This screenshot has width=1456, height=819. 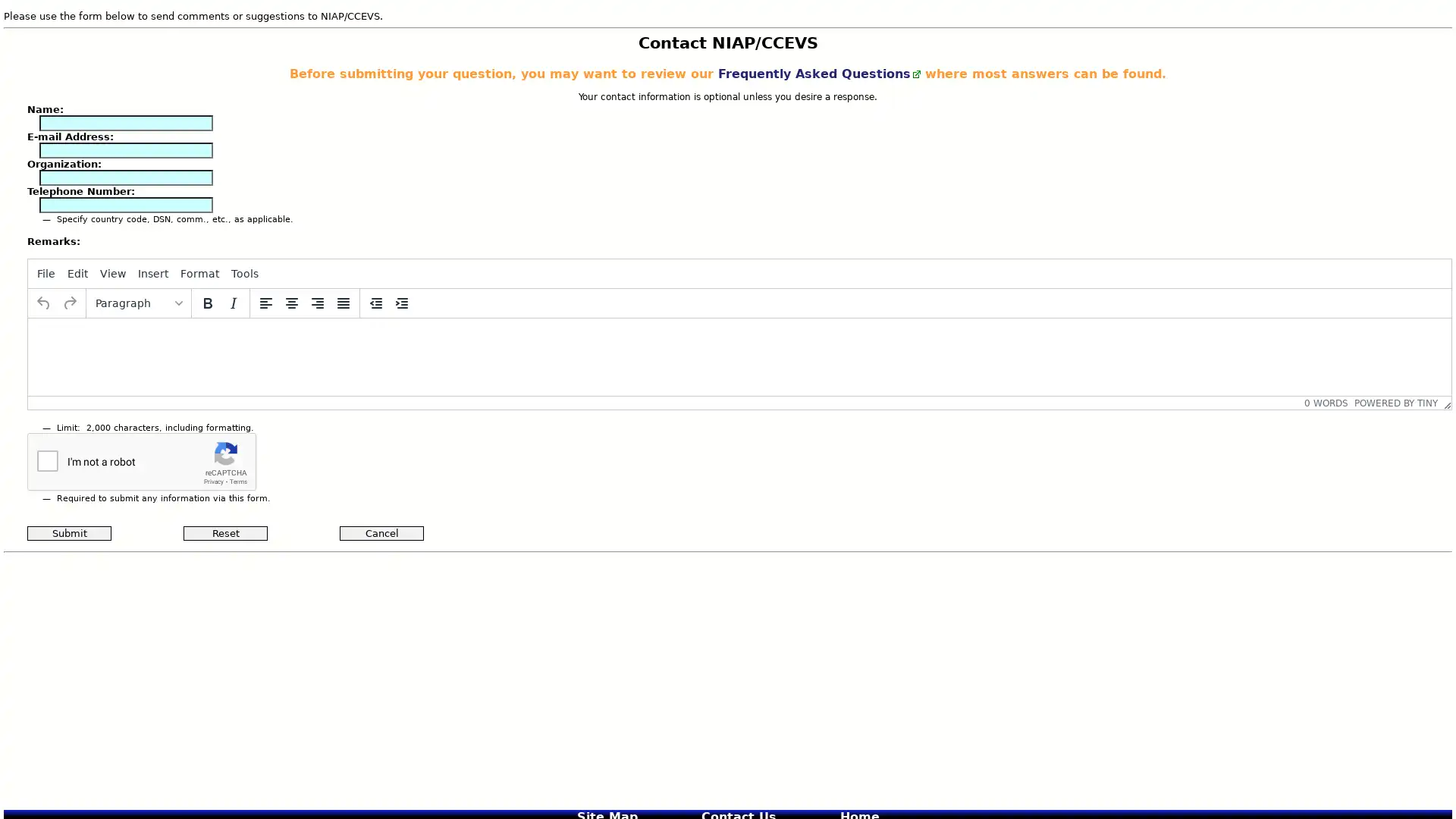 I want to click on Bold, so click(x=206, y=303).